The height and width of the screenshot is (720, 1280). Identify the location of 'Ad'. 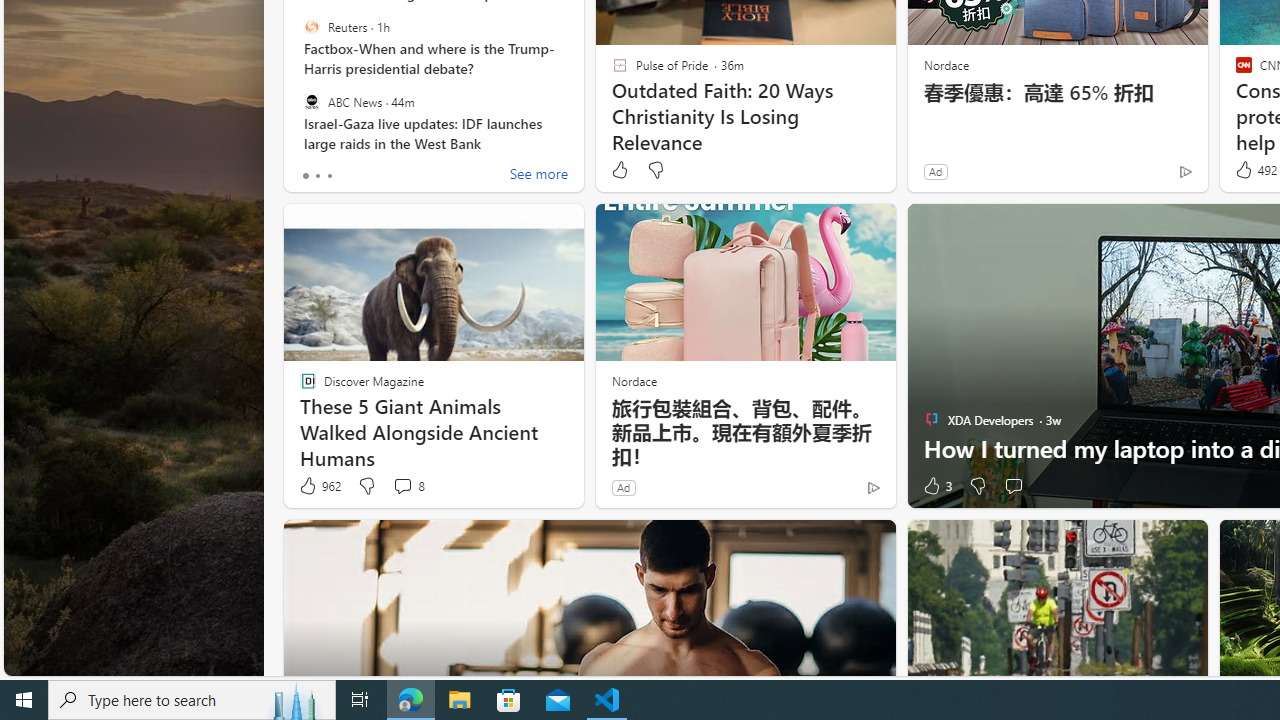
(622, 487).